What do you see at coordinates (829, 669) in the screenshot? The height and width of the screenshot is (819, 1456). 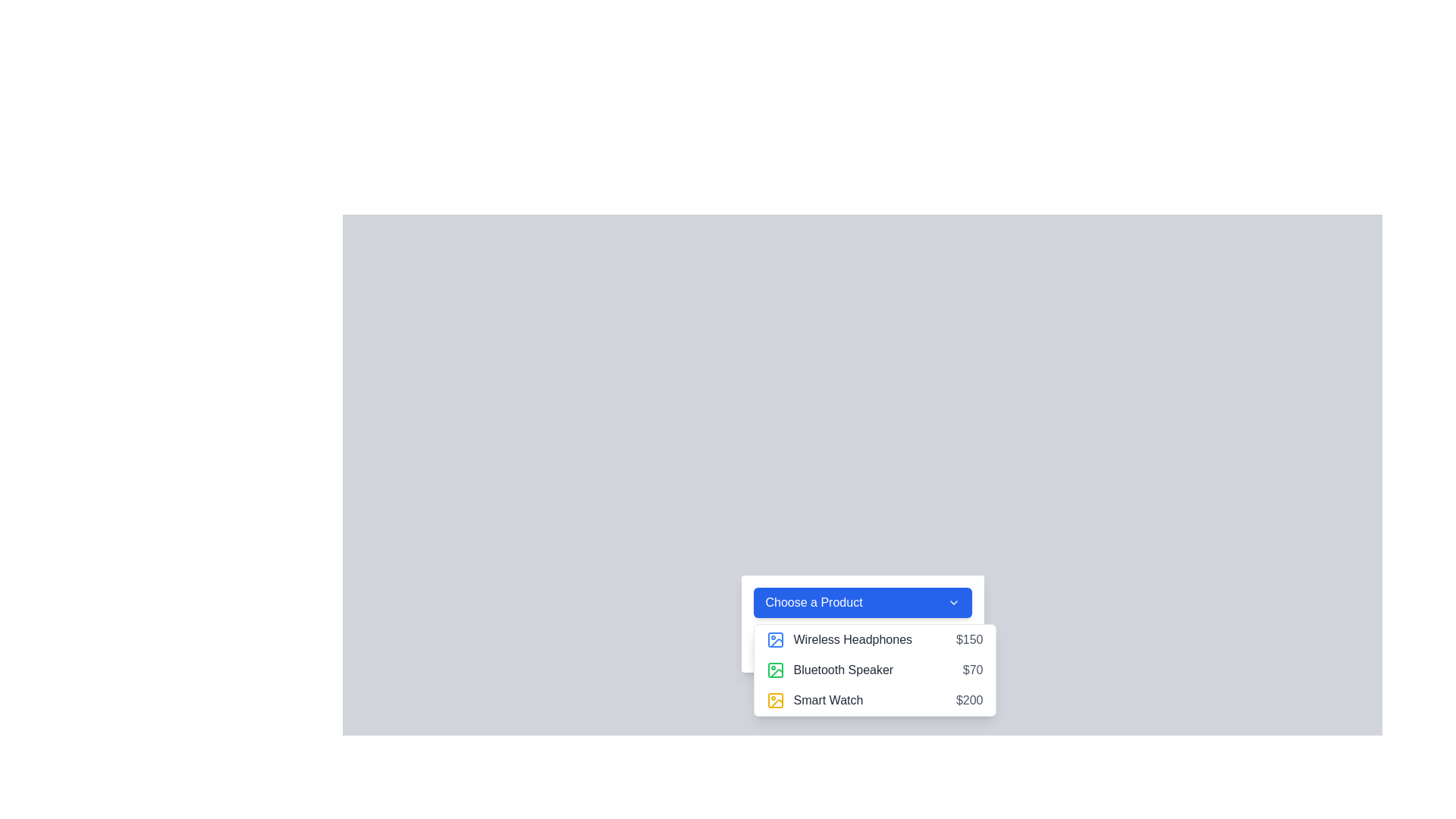 I see `the 'Bluetooth Speaker' dropdown list item` at bounding box center [829, 669].